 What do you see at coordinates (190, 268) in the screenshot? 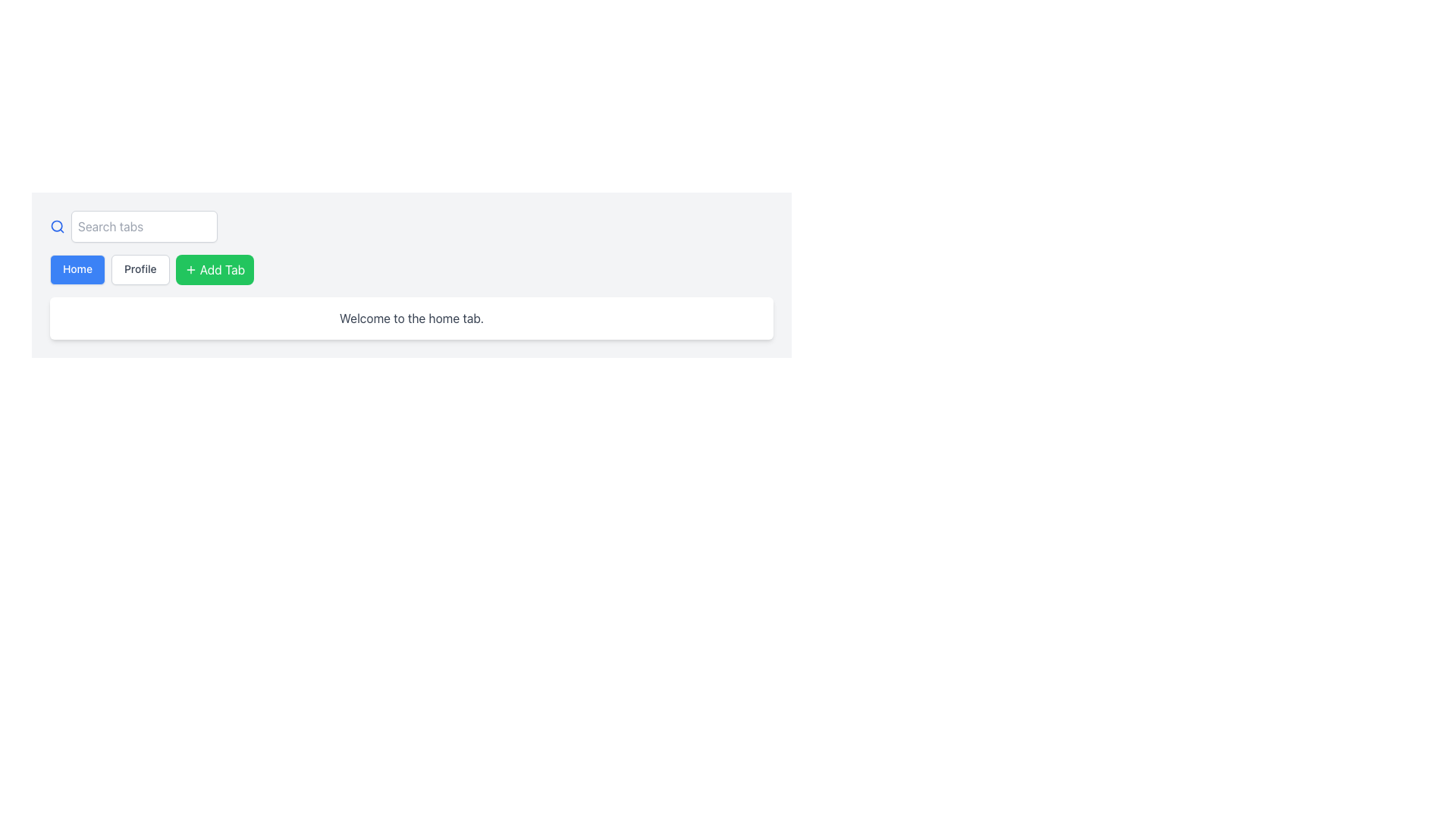
I see `the icon located inside the green 'Add Tab' button in the upper center area of the interface` at bounding box center [190, 268].